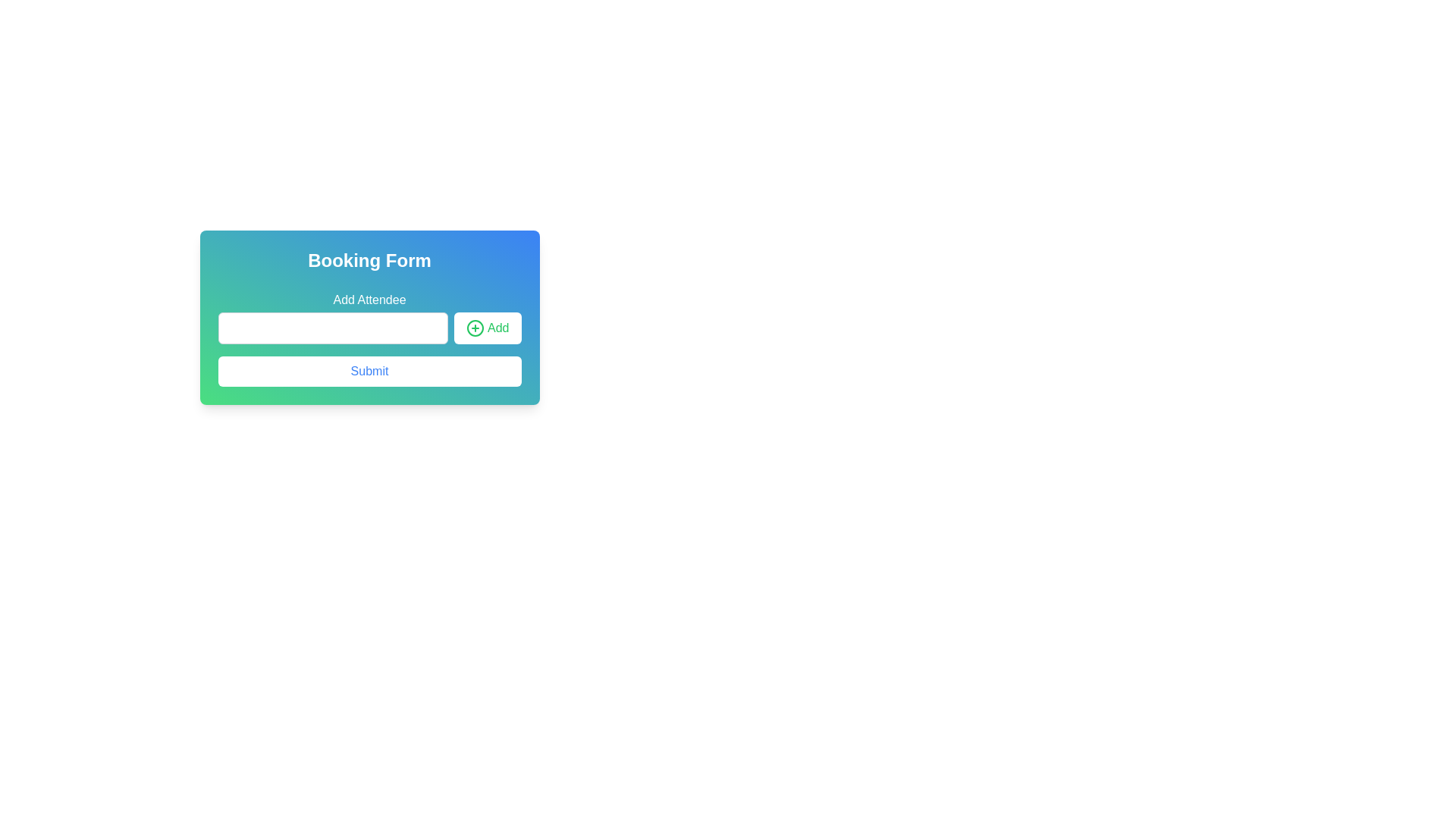 The image size is (1456, 819). What do you see at coordinates (475, 328) in the screenshot?
I see `the icon that symbolizes adding an entry, located inside a button to the right of the 'Add Attendee' text field` at bounding box center [475, 328].